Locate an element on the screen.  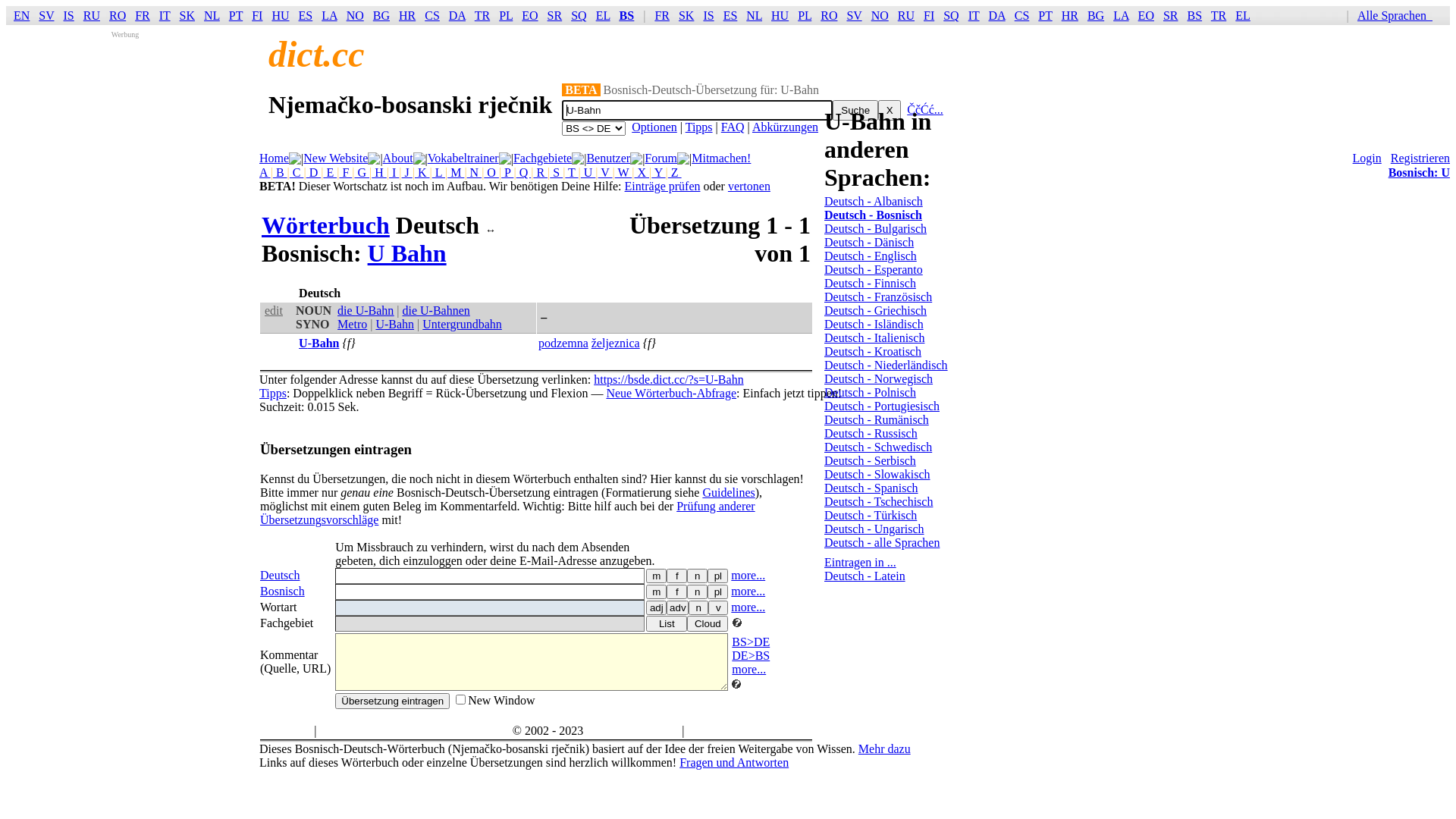
'D' is located at coordinates (312, 171).